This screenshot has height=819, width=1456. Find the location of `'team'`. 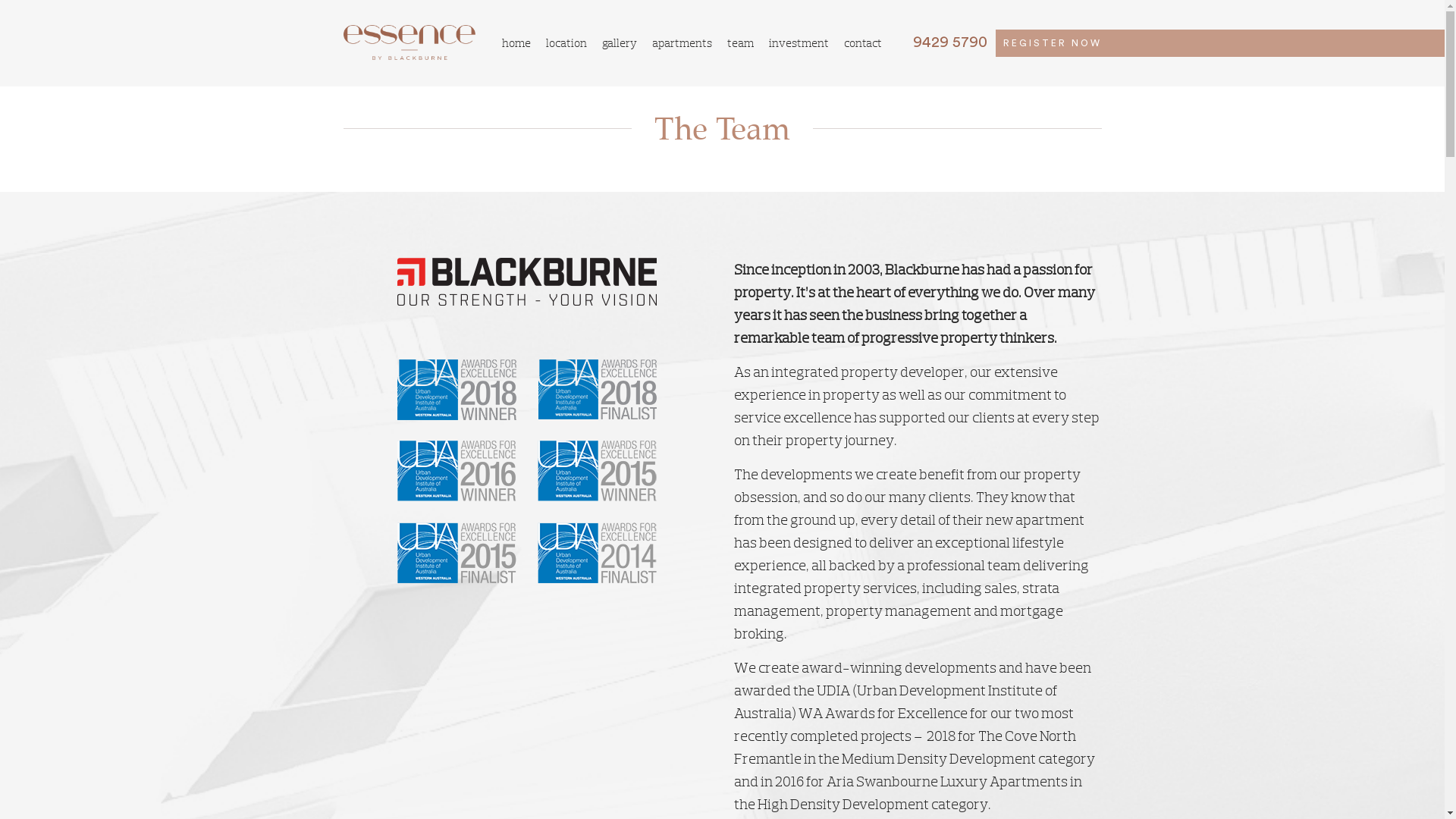

'team' is located at coordinates (740, 42).